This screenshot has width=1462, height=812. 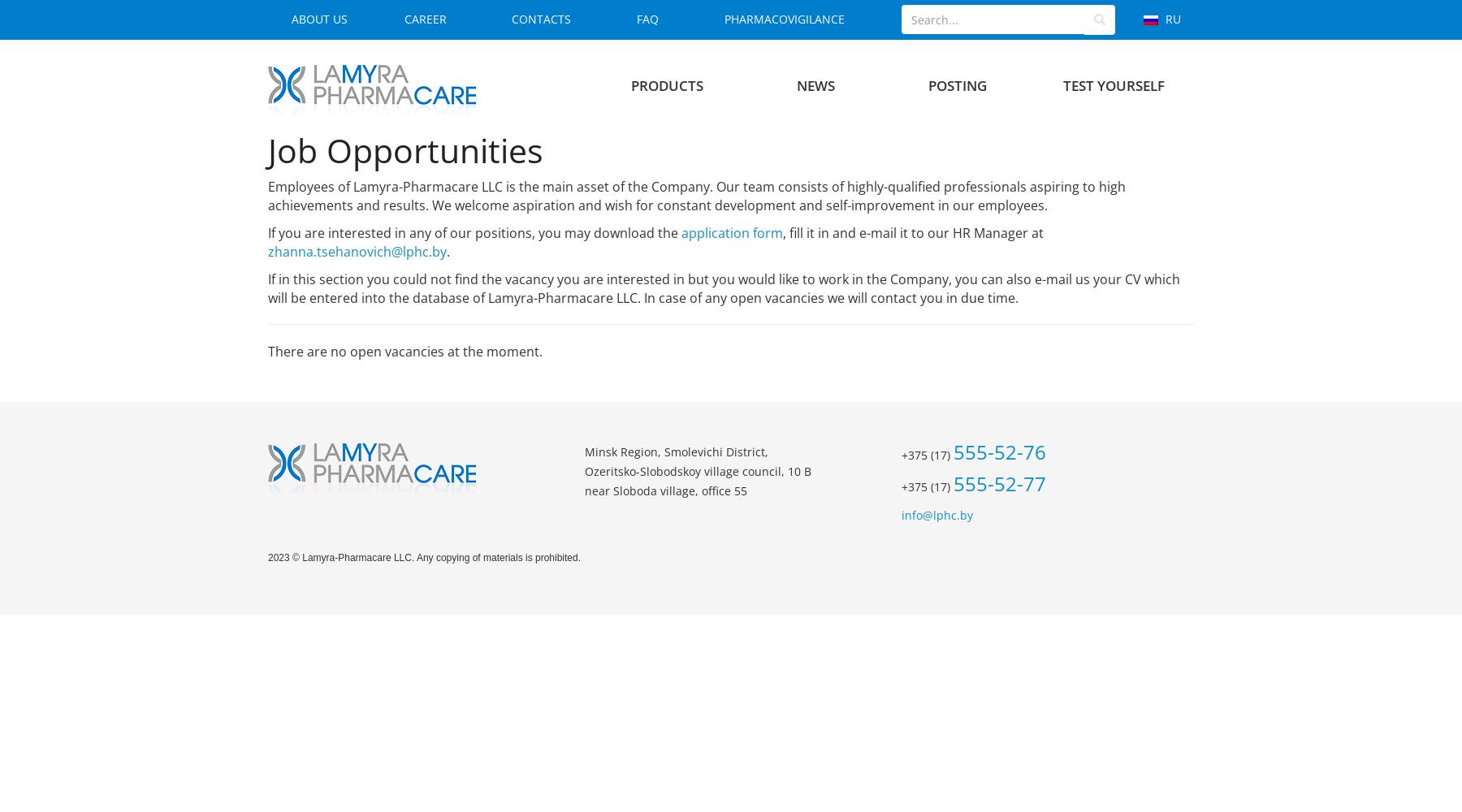 What do you see at coordinates (697, 195) in the screenshot?
I see `'Employees of Lamyra-Pharmacare LLC is the main asset of the Company. Our team consists of highly-qualified professionals aspiring to high achievements and results. We welcome aspiration and wish for constant development and self-improvement in our employees.'` at bounding box center [697, 195].